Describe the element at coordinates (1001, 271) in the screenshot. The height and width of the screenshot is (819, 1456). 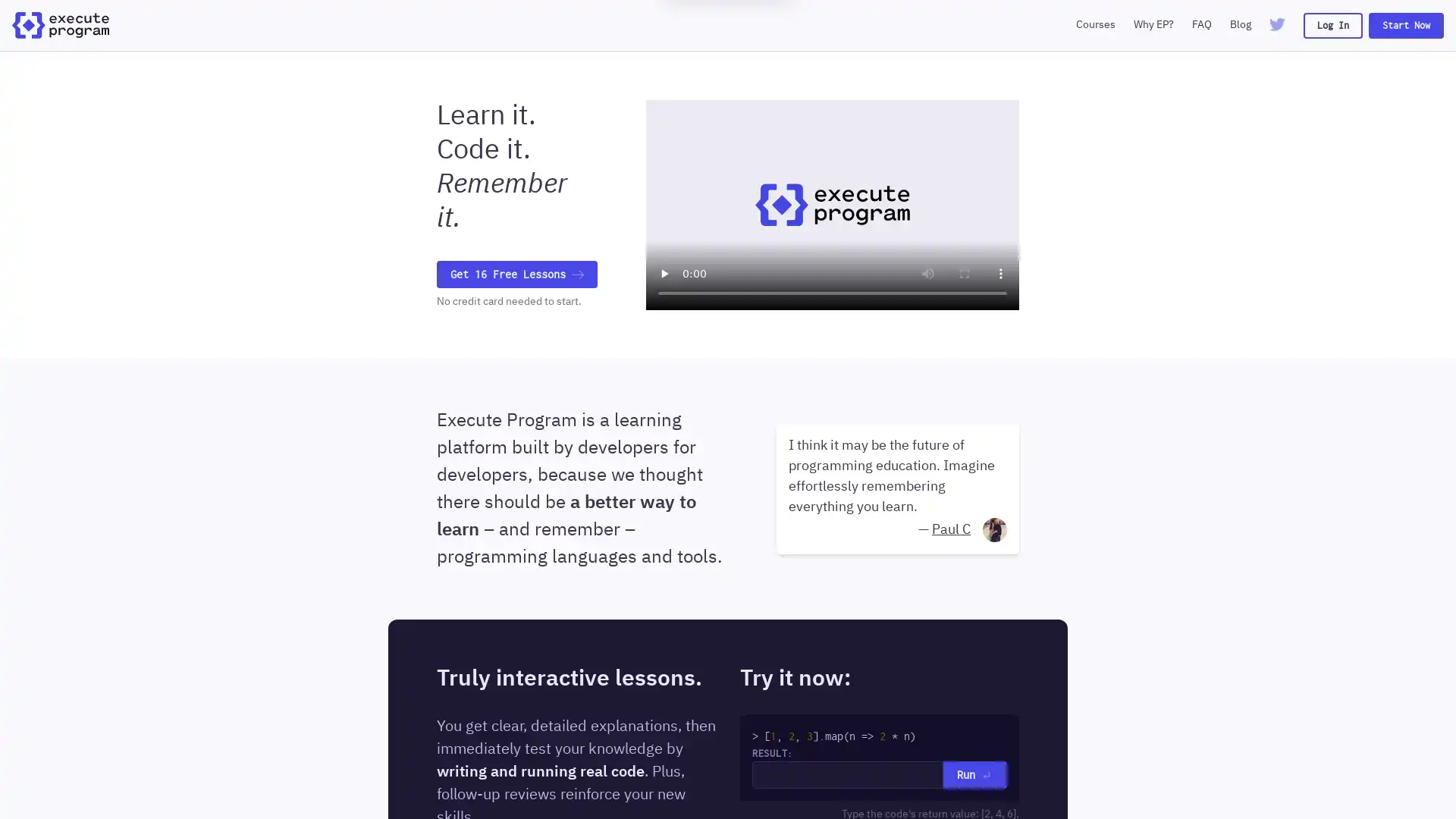
I see `show more media controls` at that location.